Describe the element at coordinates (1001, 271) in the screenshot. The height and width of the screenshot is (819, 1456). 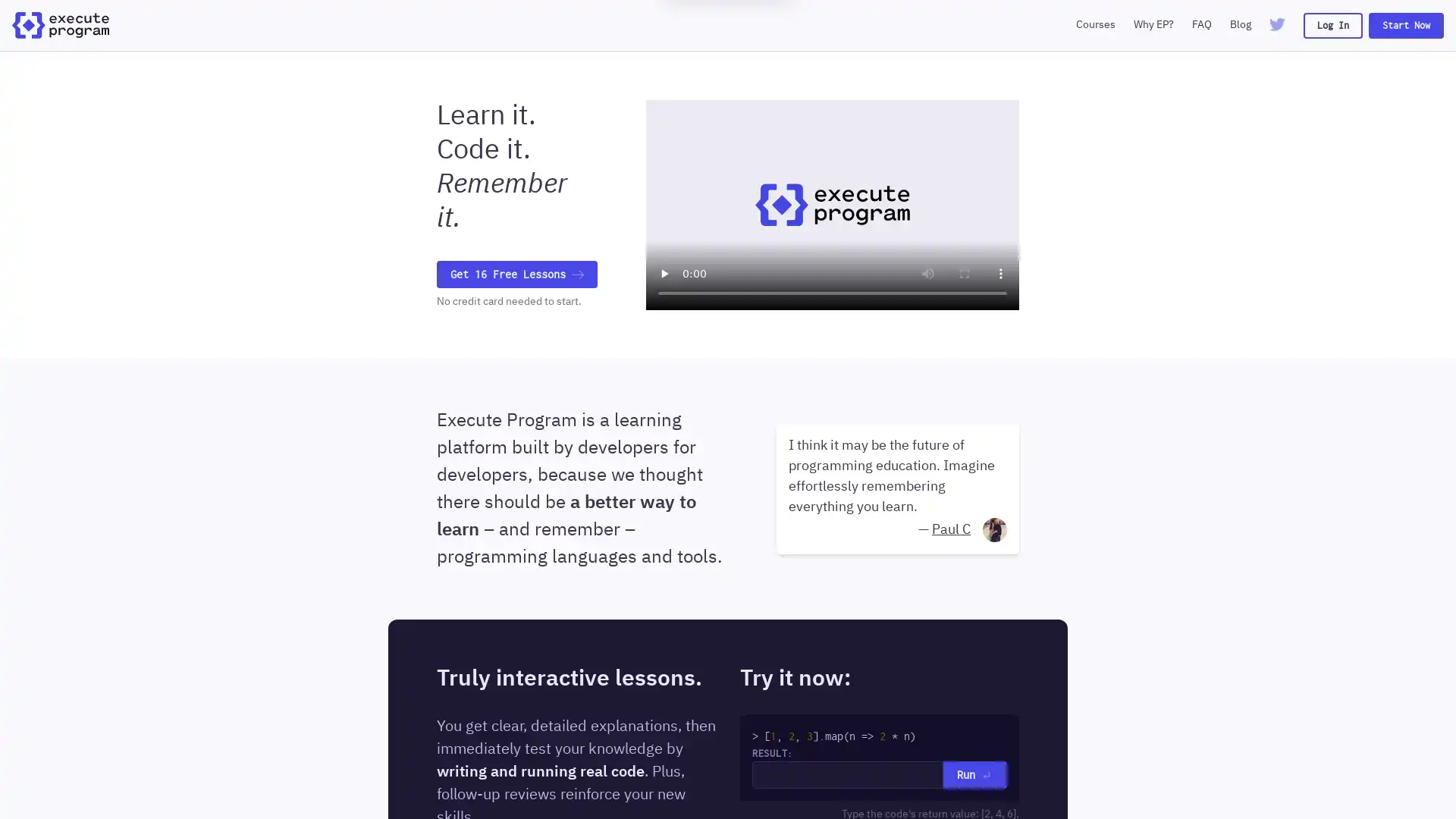
I see `show more media controls` at that location.